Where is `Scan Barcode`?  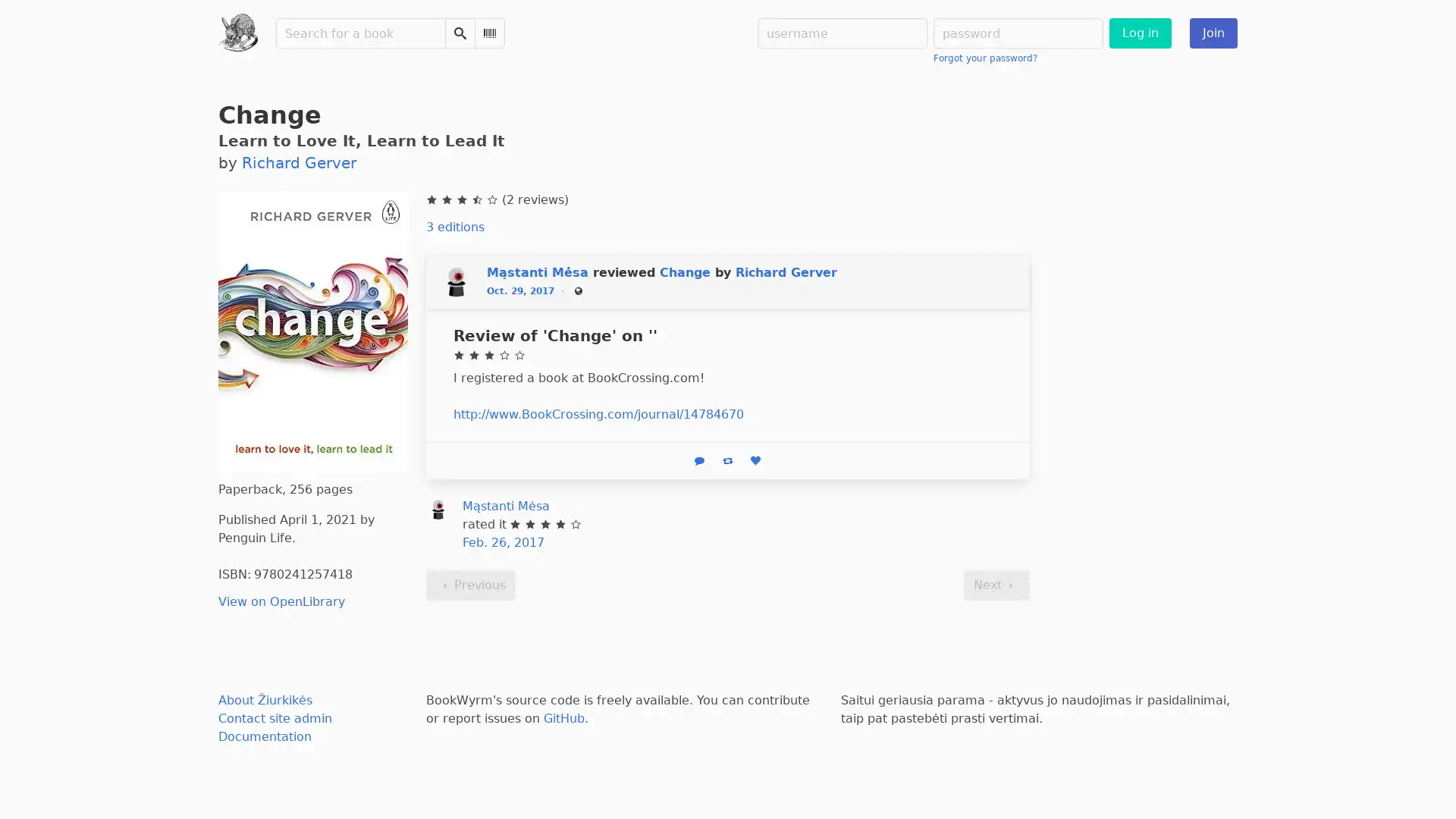
Scan Barcode is located at coordinates (488, 33).